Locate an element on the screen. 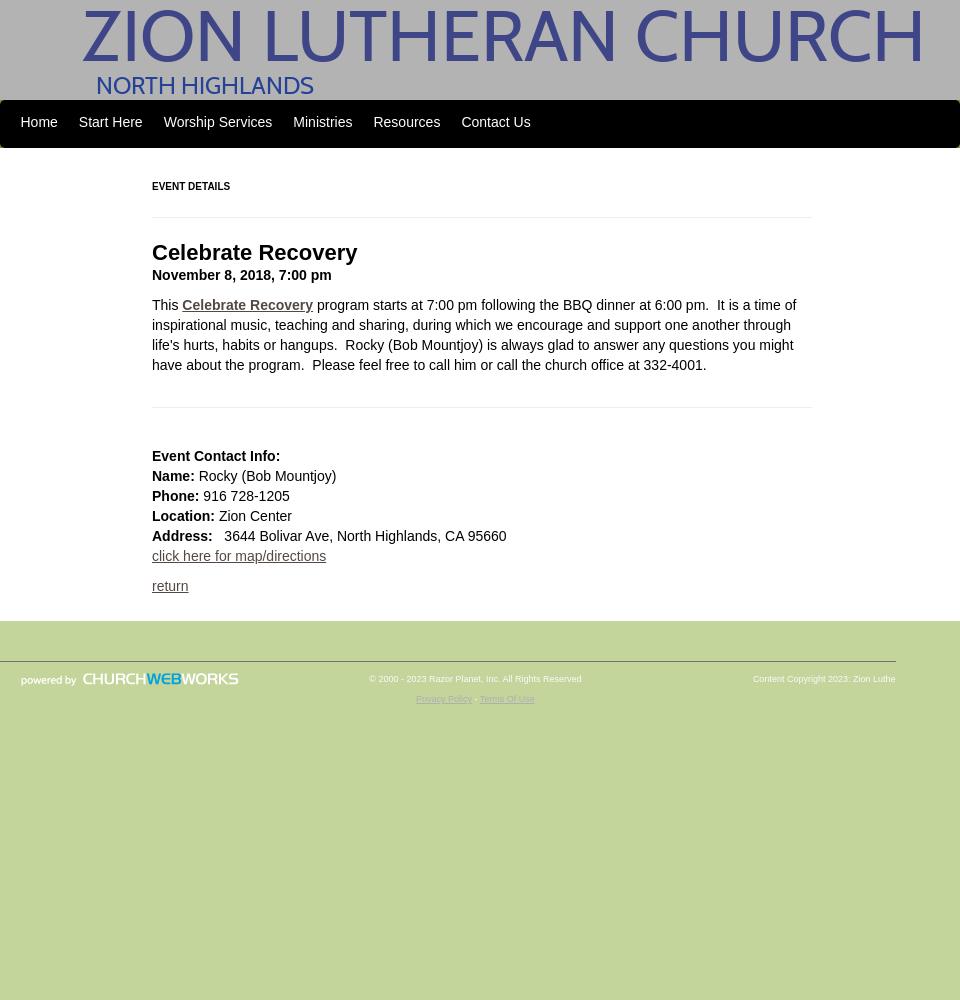 This screenshot has height=1000, width=960. 'EVENT DETAILS' is located at coordinates (150, 186).